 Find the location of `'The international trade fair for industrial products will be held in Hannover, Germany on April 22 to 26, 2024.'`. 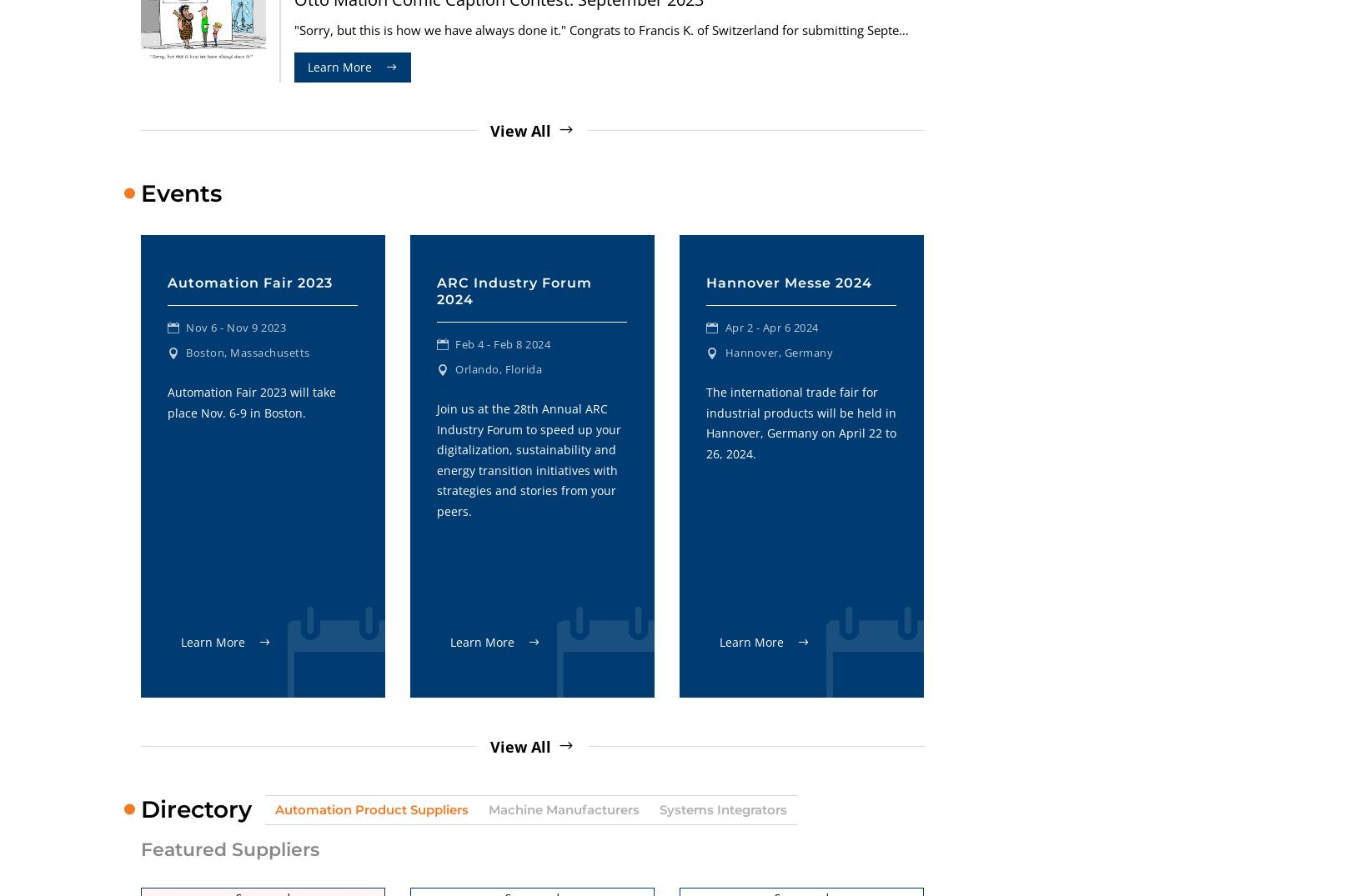

'The international trade fair for industrial products will be held in Hannover, Germany on April 22 to 26, 2024.' is located at coordinates (800, 421).